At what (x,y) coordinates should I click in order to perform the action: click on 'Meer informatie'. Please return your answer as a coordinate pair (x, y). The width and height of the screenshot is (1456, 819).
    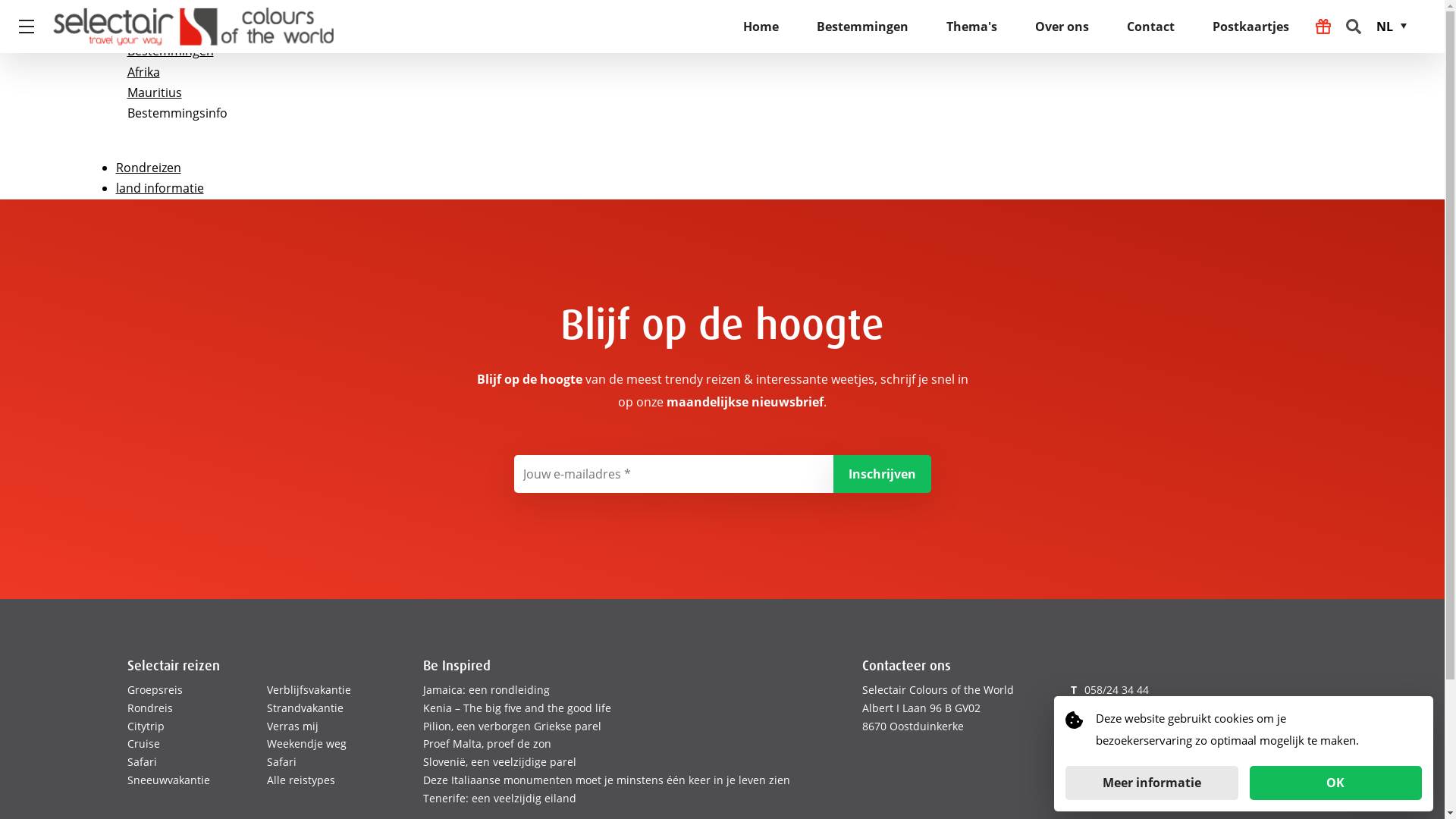
    Looking at the image, I should click on (1065, 783).